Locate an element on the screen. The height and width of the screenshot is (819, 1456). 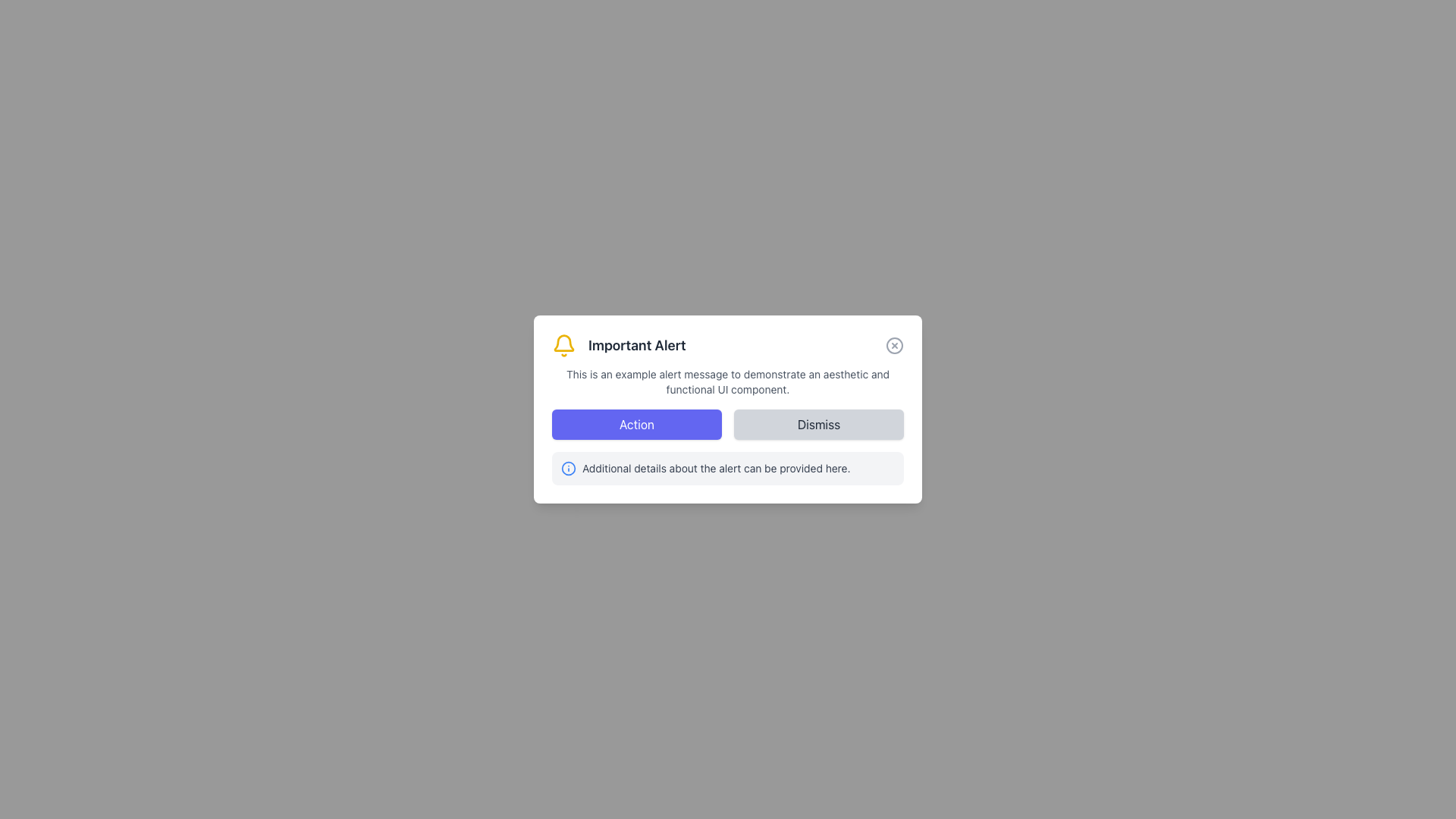
the circular button with a gray border and a gray 'X' icon located in the top-right corner of the 'Important Alert' dialog box is located at coordinates (895, 345).